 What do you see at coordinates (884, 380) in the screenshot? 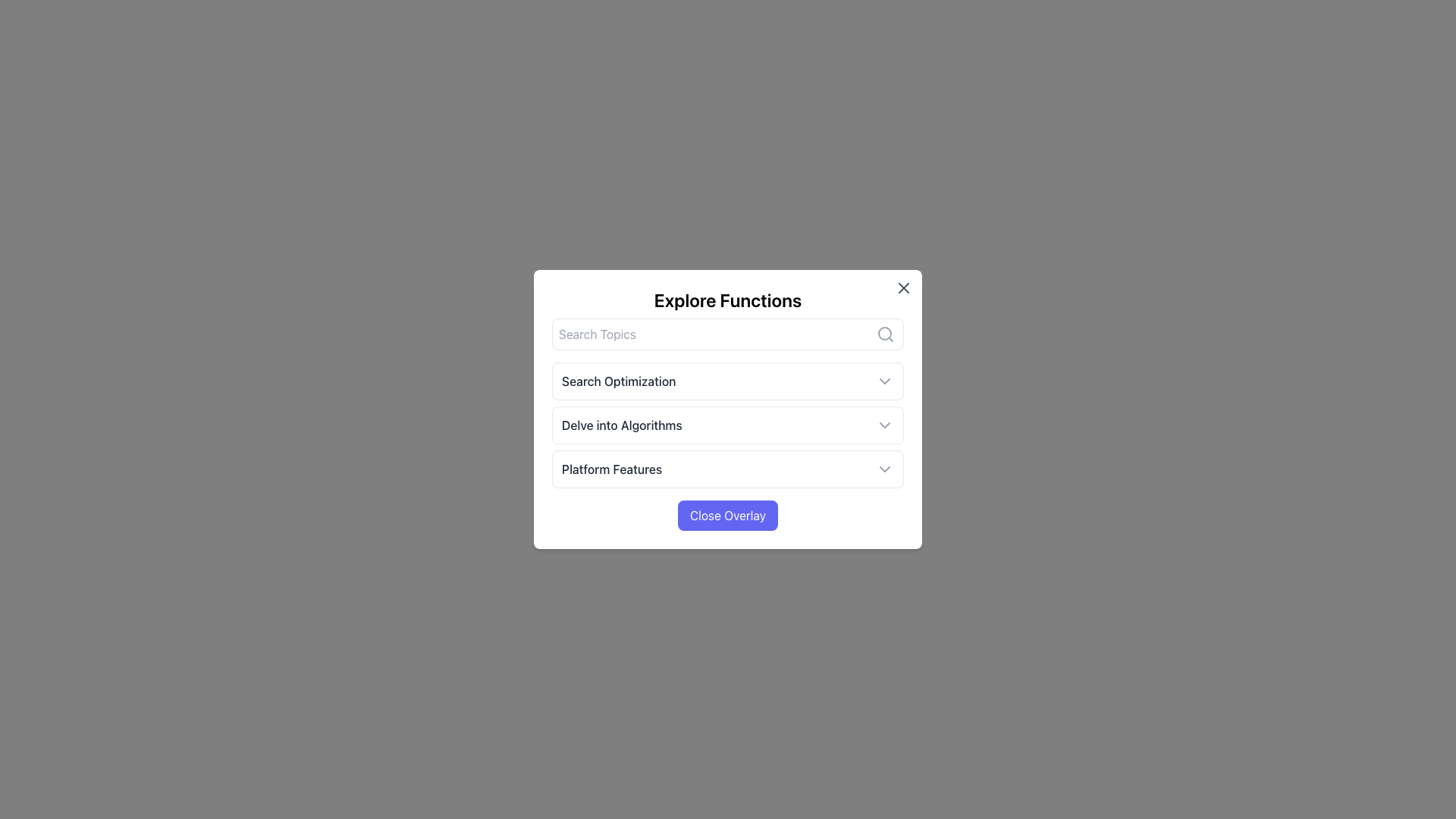
I see `the downward-facing chevron icon located to the right of the 'Search Optimization' text` at bounding box center [884, 380].